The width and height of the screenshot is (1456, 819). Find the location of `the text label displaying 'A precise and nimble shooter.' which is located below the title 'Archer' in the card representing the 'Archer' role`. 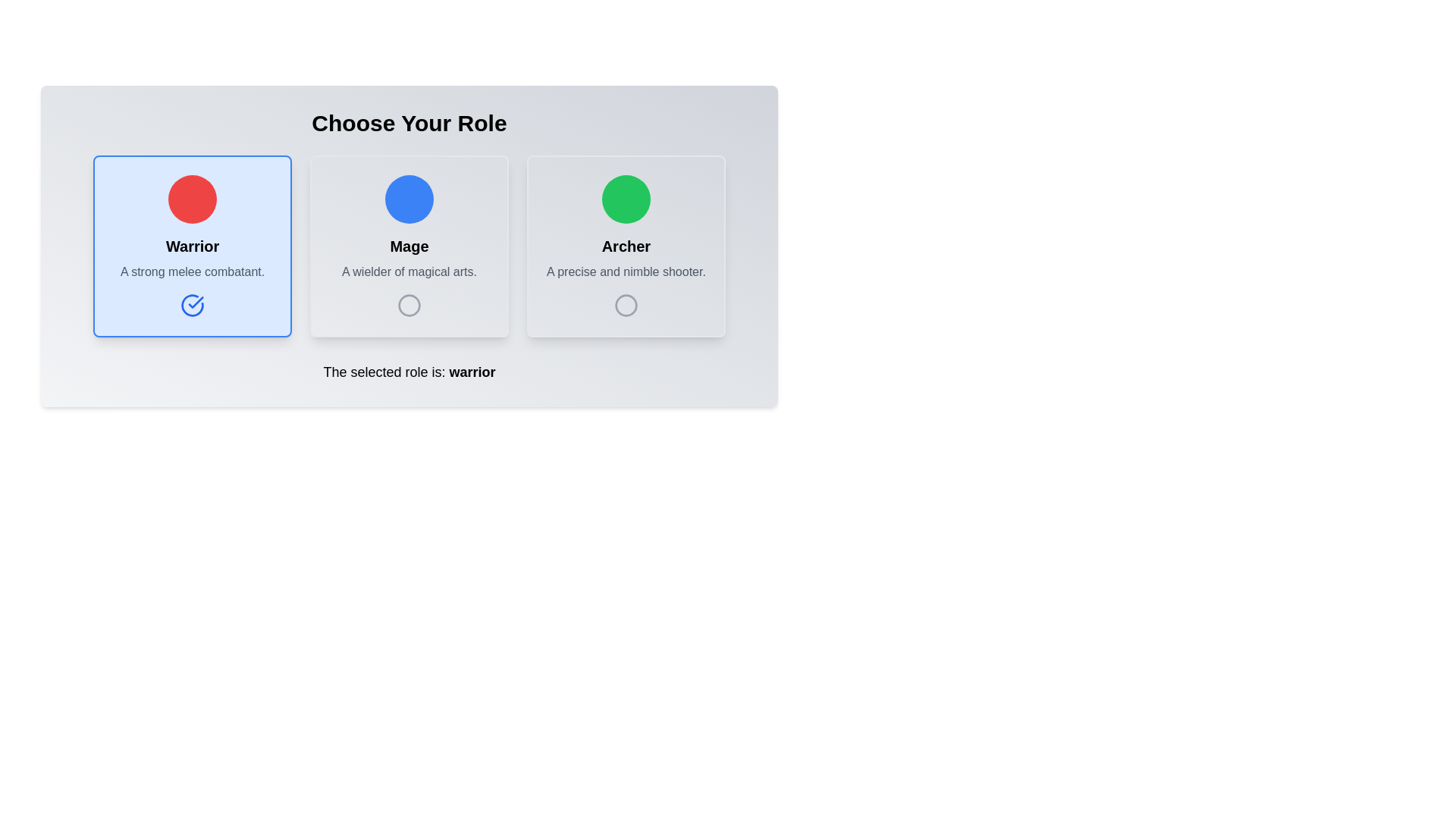

the text label displaying 'A precise and nimble shooter.' which is located below the title 'Archer' in the card representing the 'Archer' role is located at coordinates (626, 271).